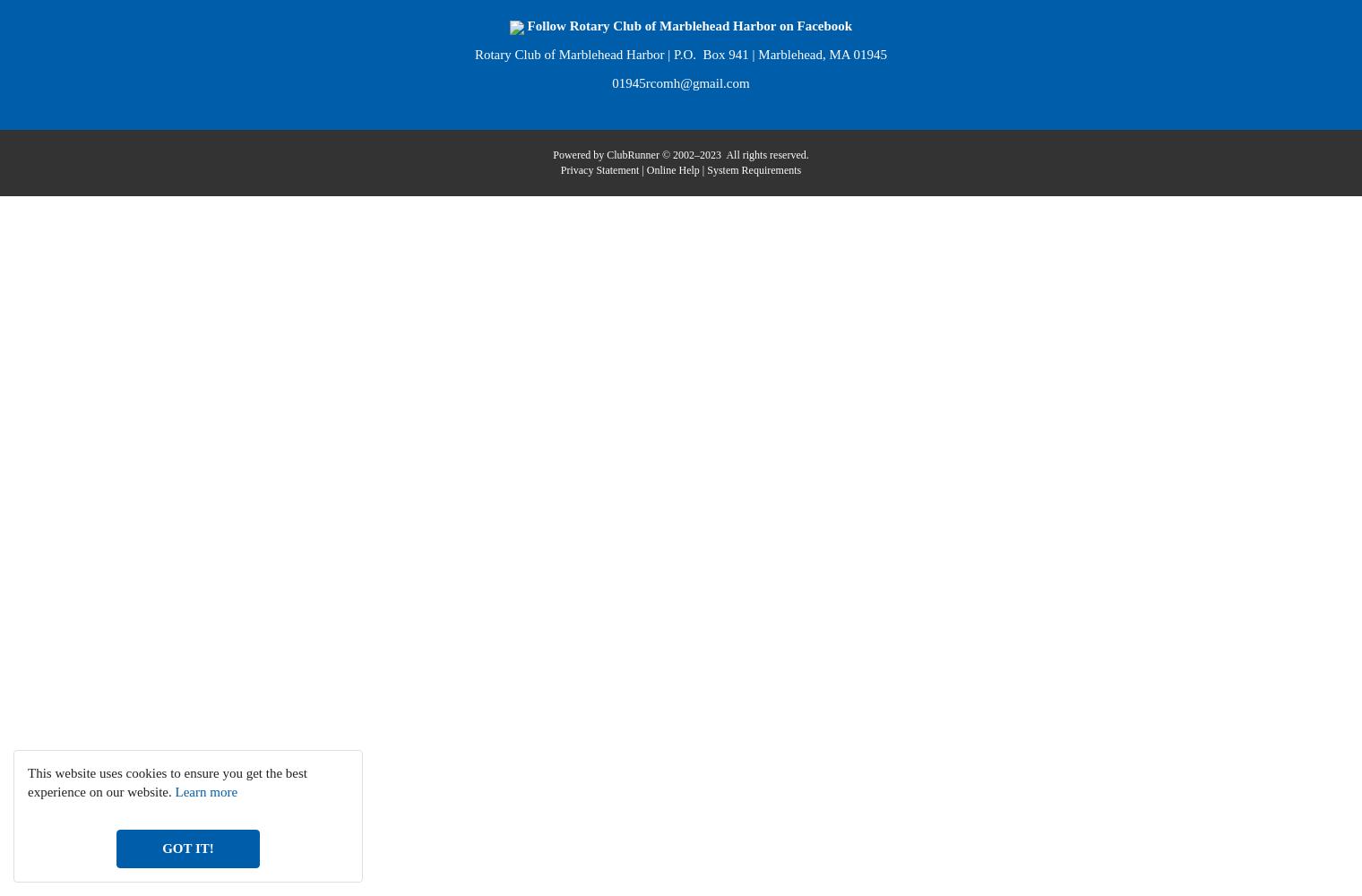 This screenshot has height=896, width=1362. Describe the element at coordinates (659, 154) in the screenshot. I see `'© 2002–2023  All rights reserved.'` at that location.